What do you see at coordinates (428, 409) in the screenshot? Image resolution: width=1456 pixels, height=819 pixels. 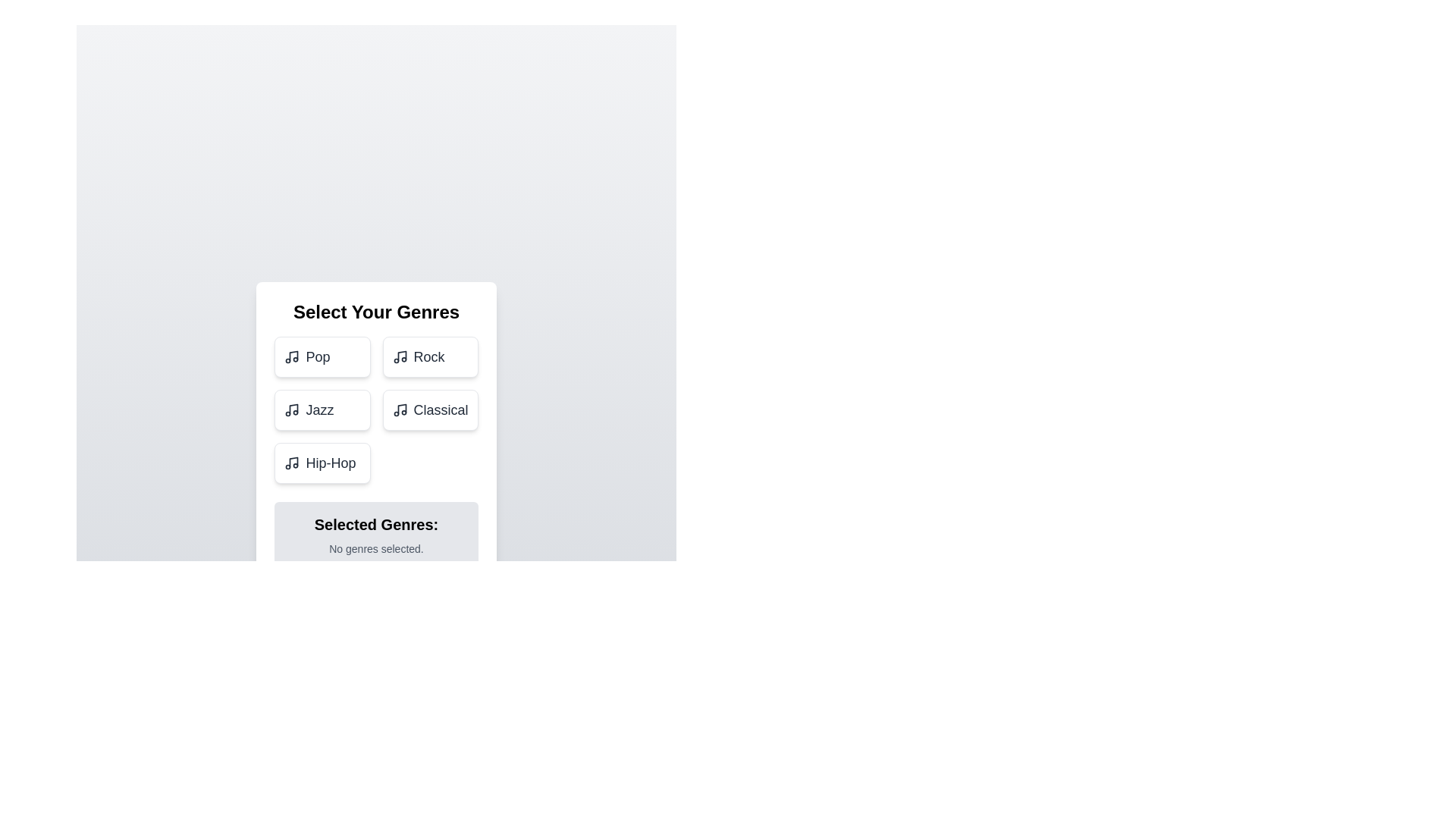 I see `the genre Classical` at bounding box center [428, 409].